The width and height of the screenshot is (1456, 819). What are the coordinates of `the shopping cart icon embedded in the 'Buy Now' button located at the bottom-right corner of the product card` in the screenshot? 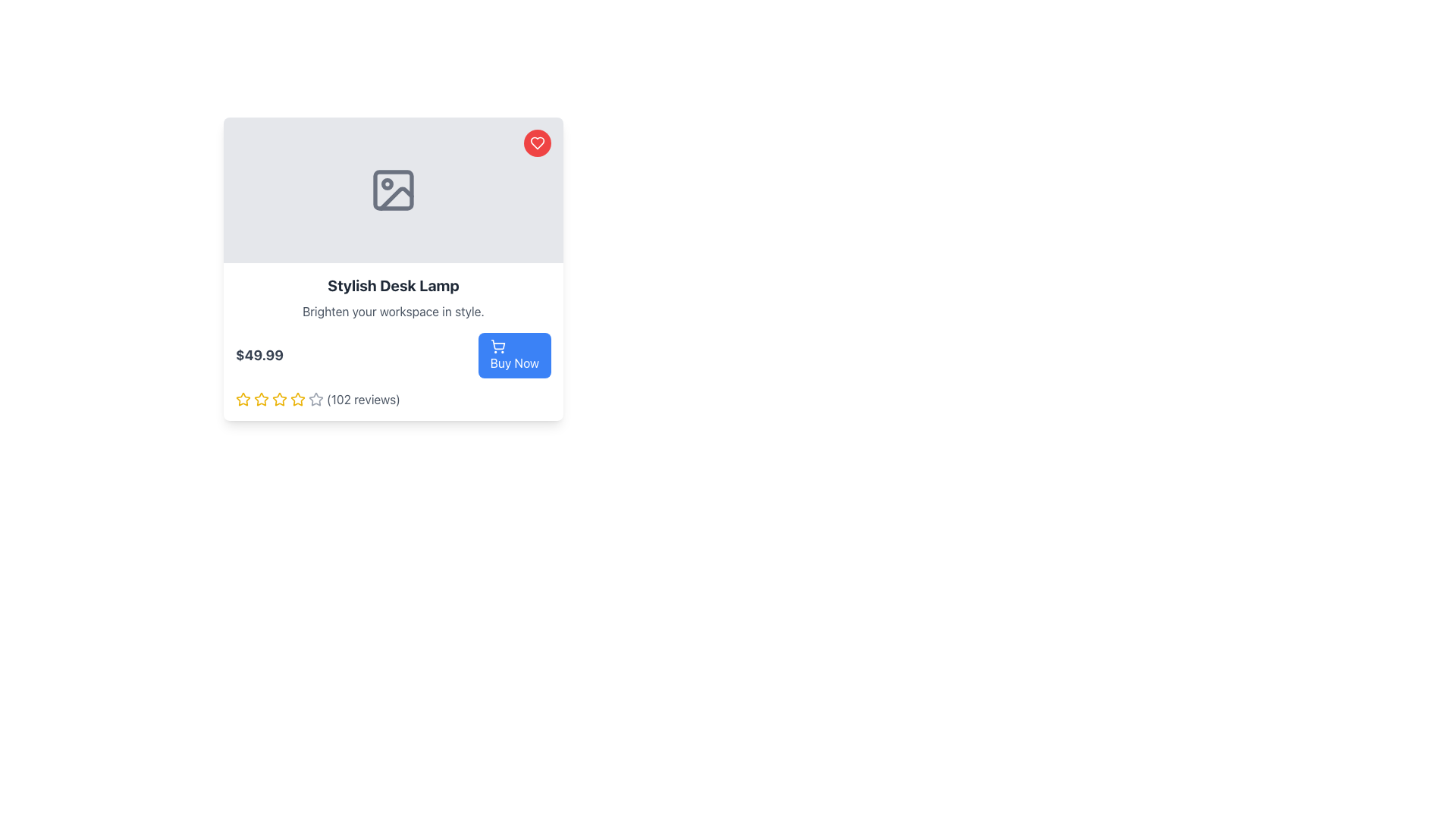 It's located at (497, 346).